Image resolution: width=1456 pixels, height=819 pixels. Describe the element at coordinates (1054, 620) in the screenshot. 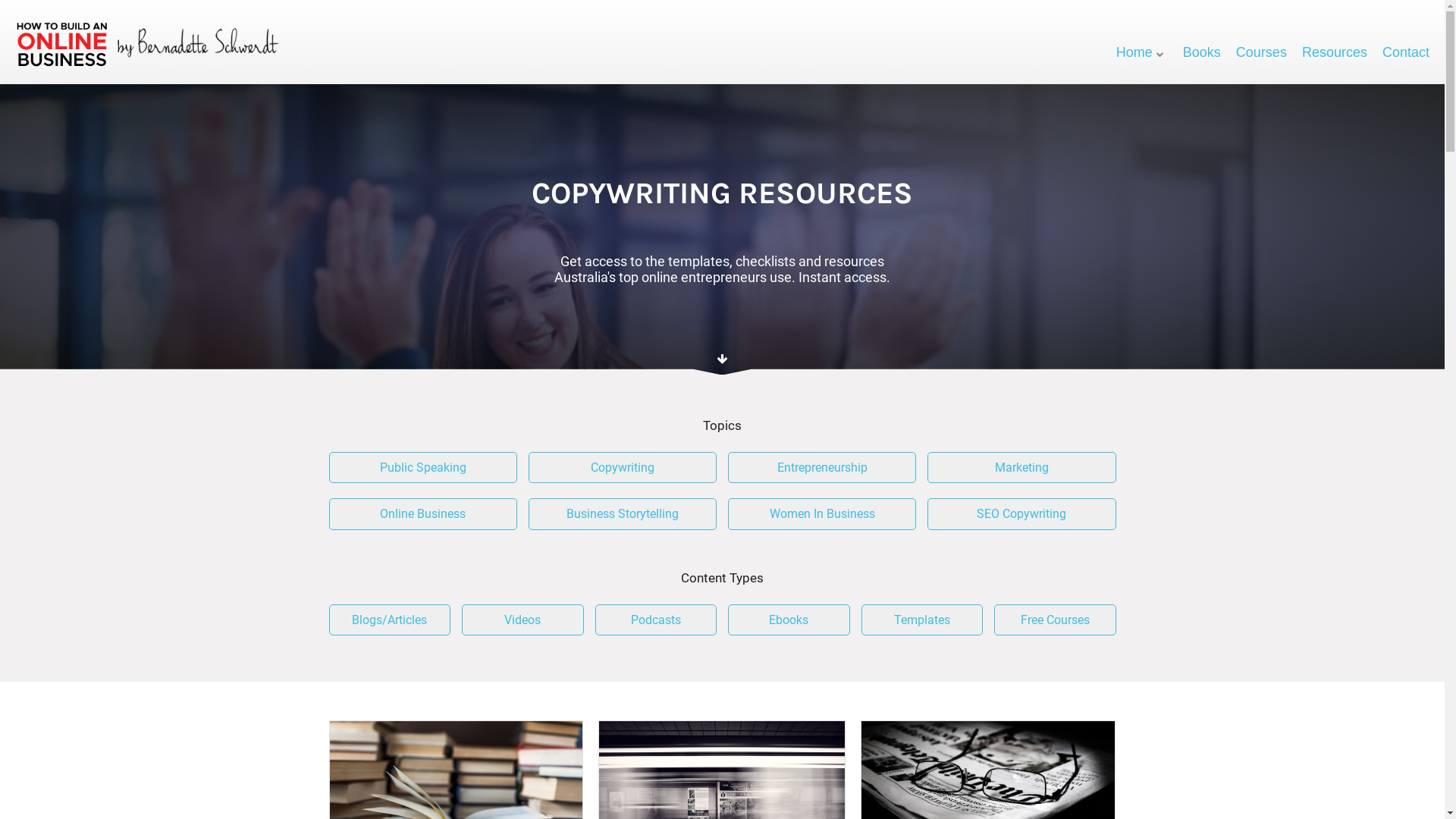

I see `'Free Courses'` at that location.